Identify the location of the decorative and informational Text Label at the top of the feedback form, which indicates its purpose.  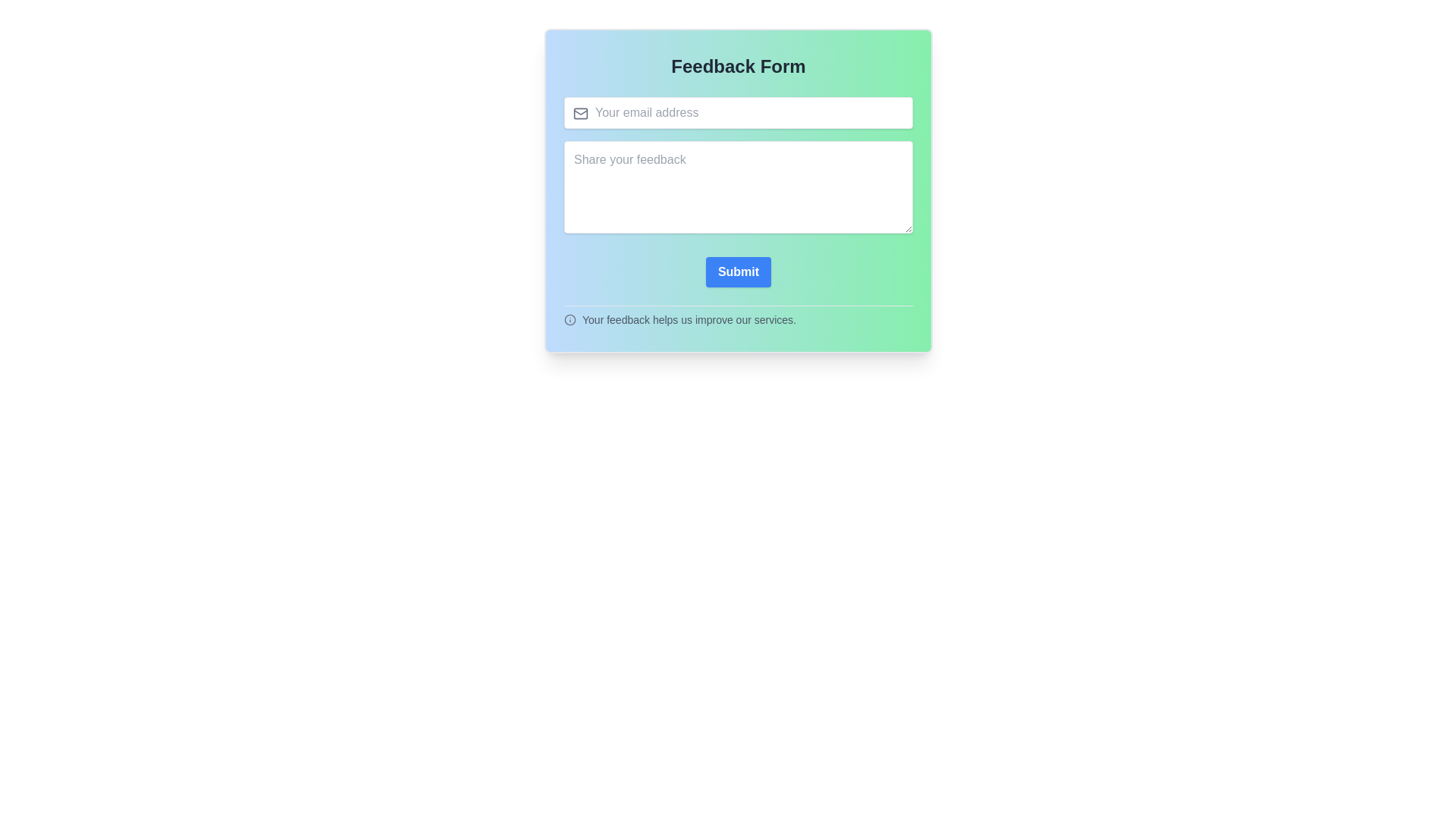
(739, 66).